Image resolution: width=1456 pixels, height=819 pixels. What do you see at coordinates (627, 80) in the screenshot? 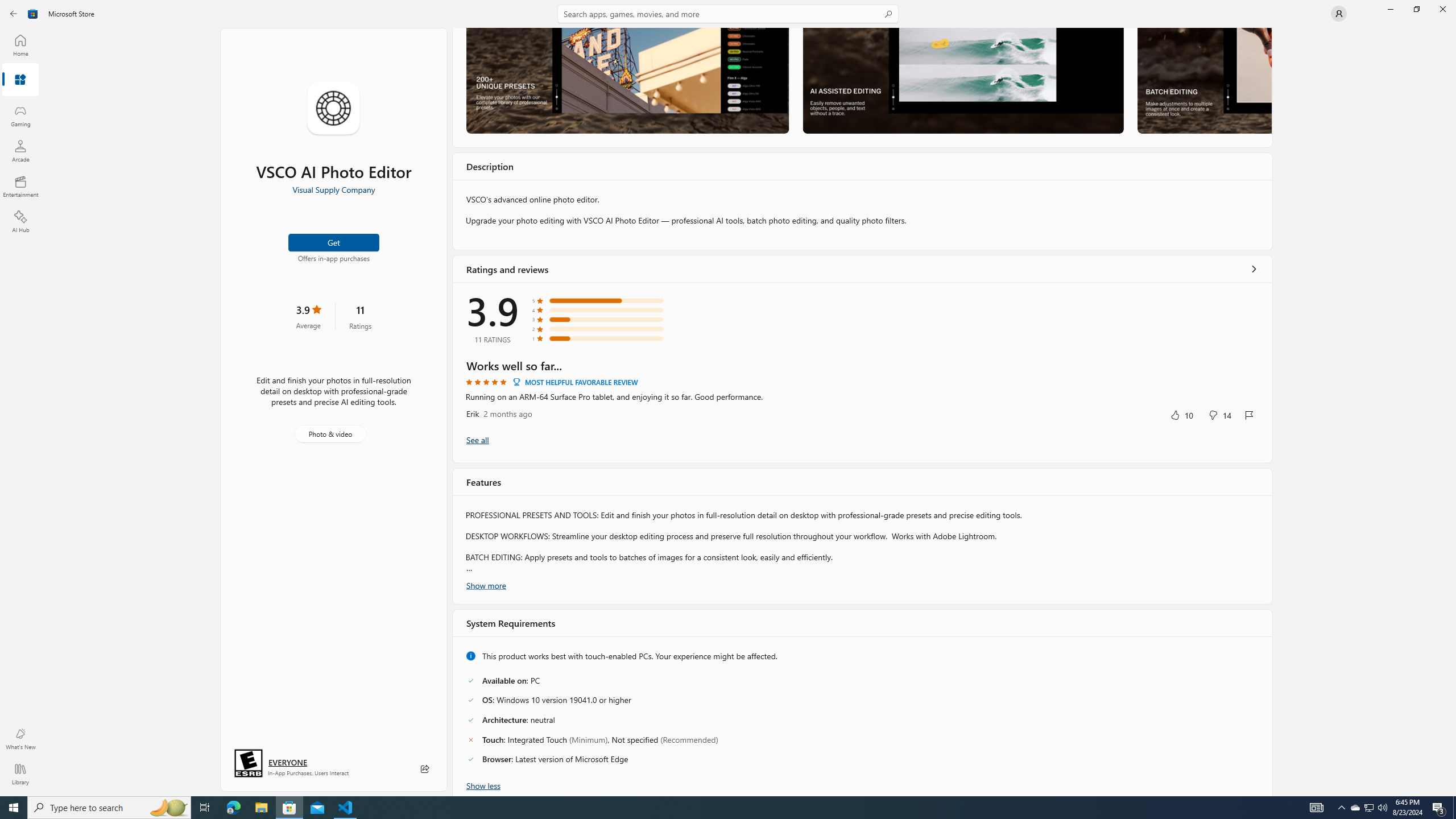
I see `'Screenshot 1'` at bounding box center [627, 80].